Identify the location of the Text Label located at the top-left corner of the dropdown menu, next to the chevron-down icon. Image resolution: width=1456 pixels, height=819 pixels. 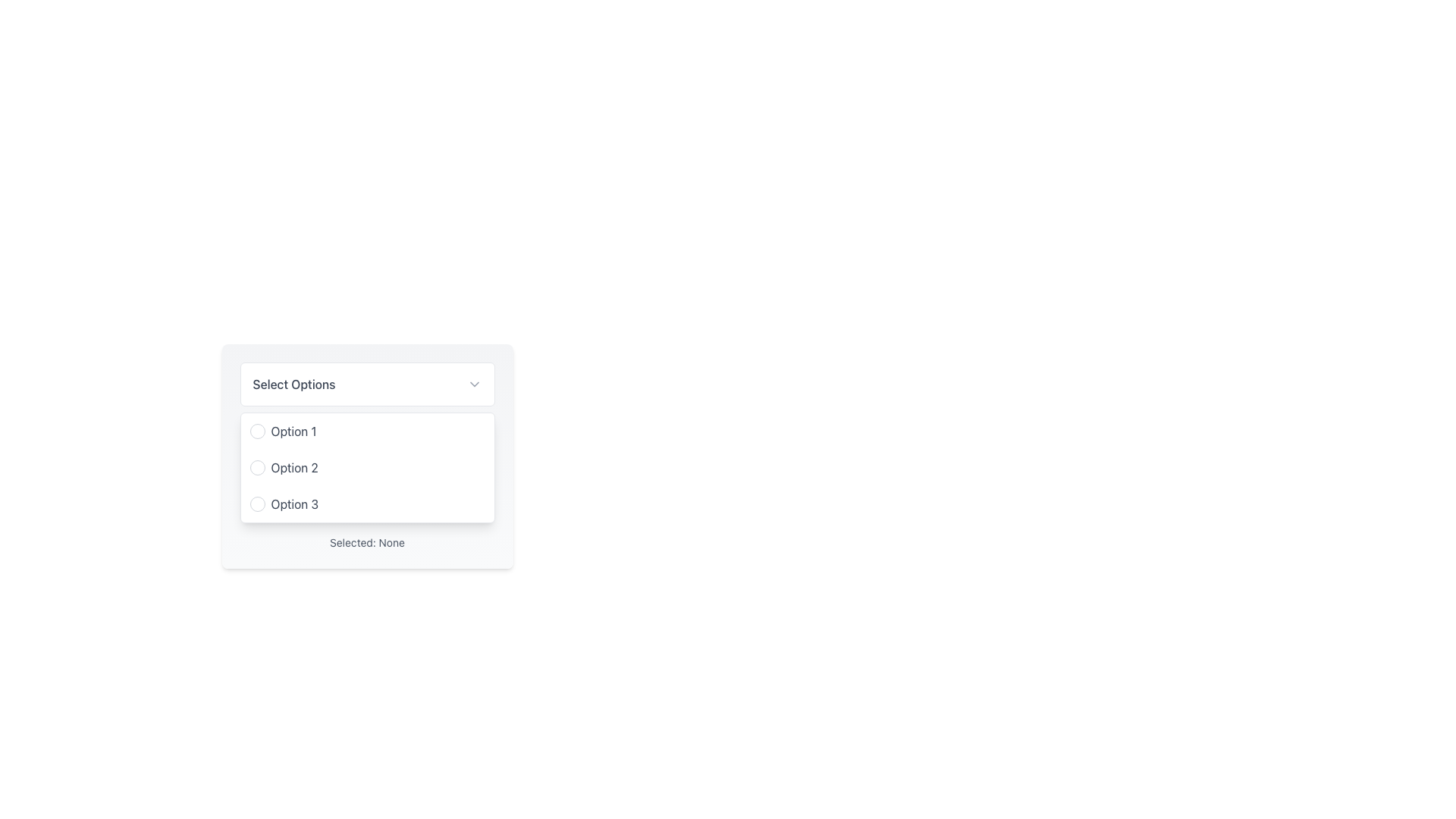
(294, 383).